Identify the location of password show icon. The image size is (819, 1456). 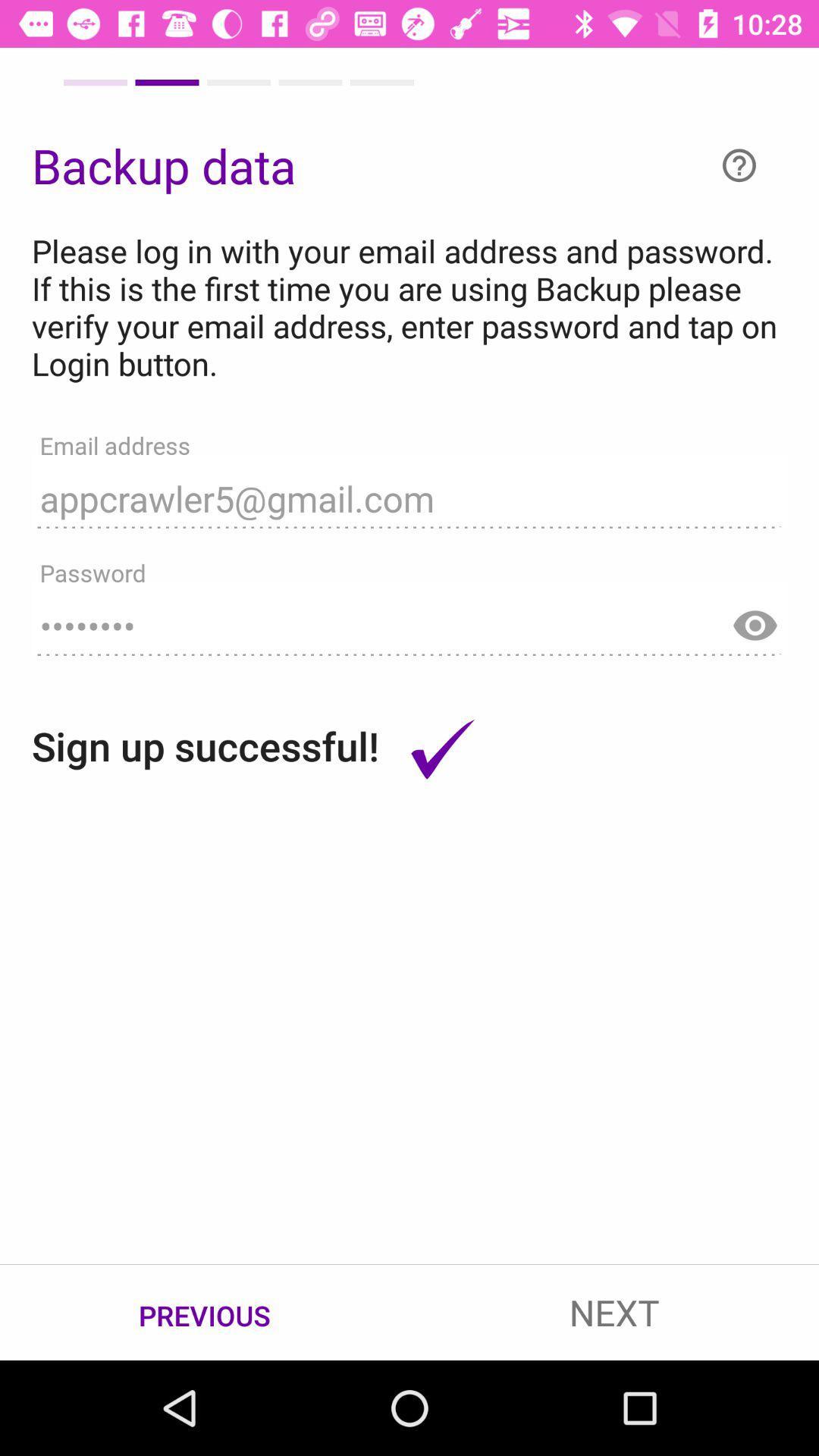
(755, 618).